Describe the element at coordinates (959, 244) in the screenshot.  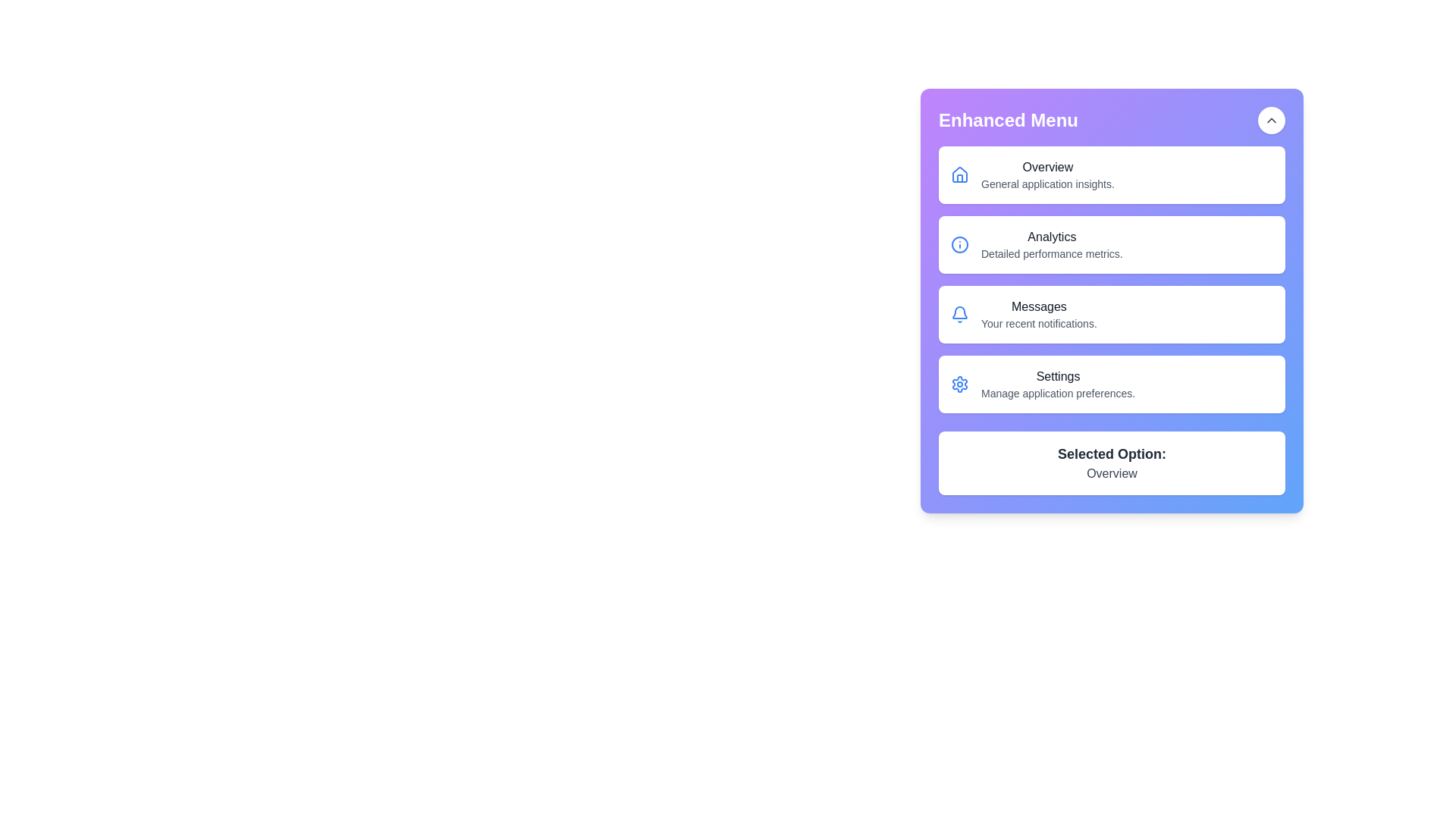
I see `the decorative circle vector graphic element in the second row of the 'Enhanced Menu' next to the 'Analytics' label` at that location.